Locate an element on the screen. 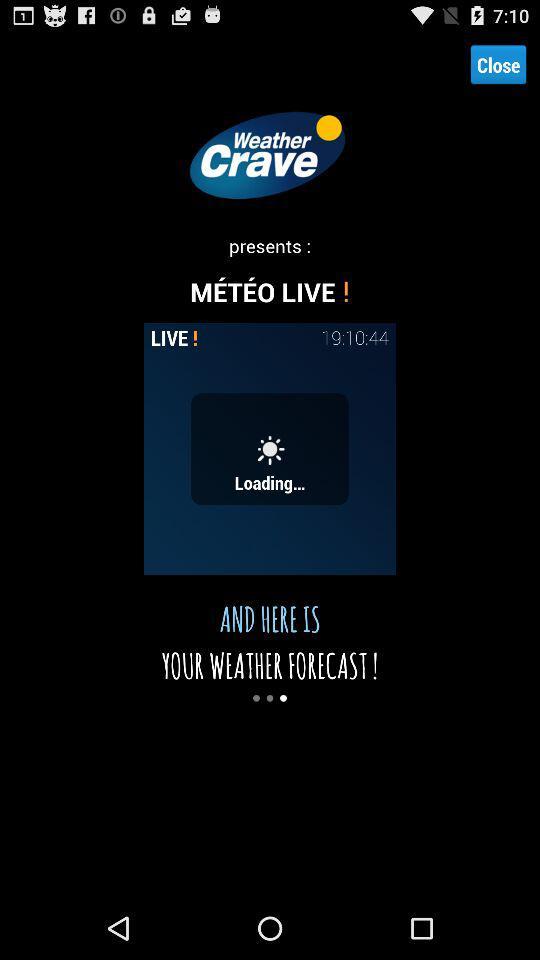  the close at the top right corner is located at coordinates (497, 64).